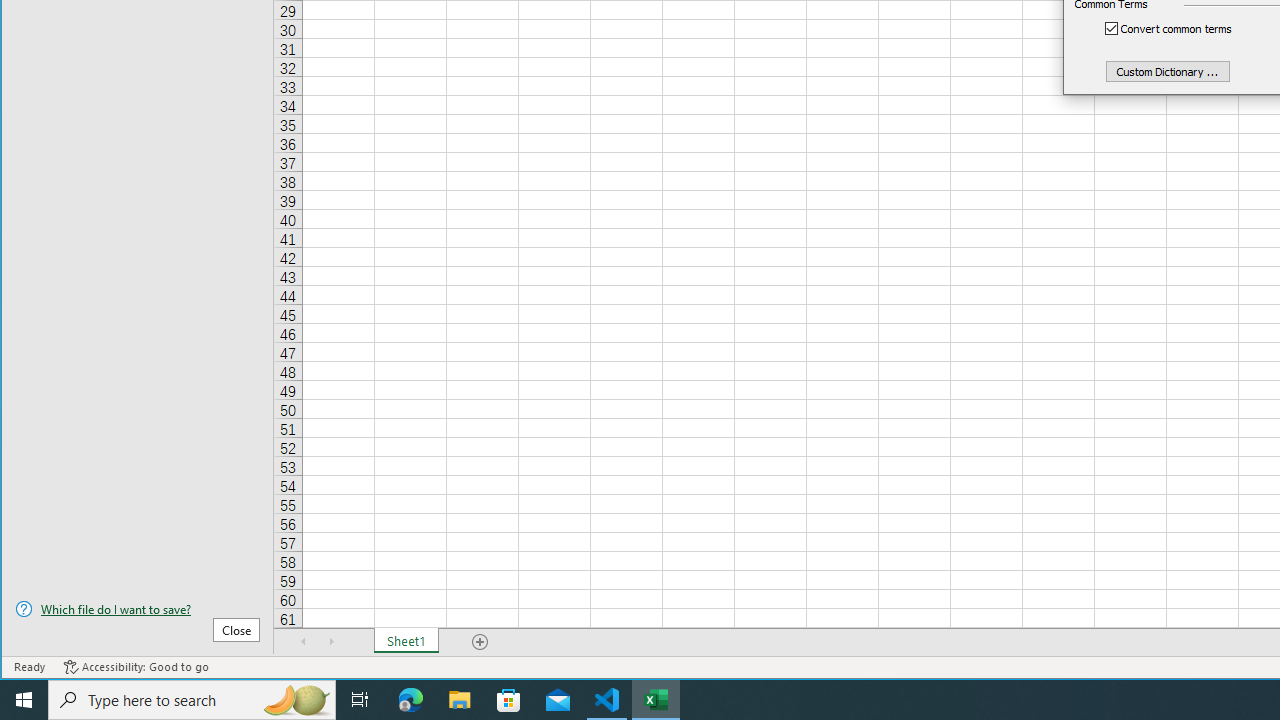  I want to click on 'Type here to search', so click(192, 698).